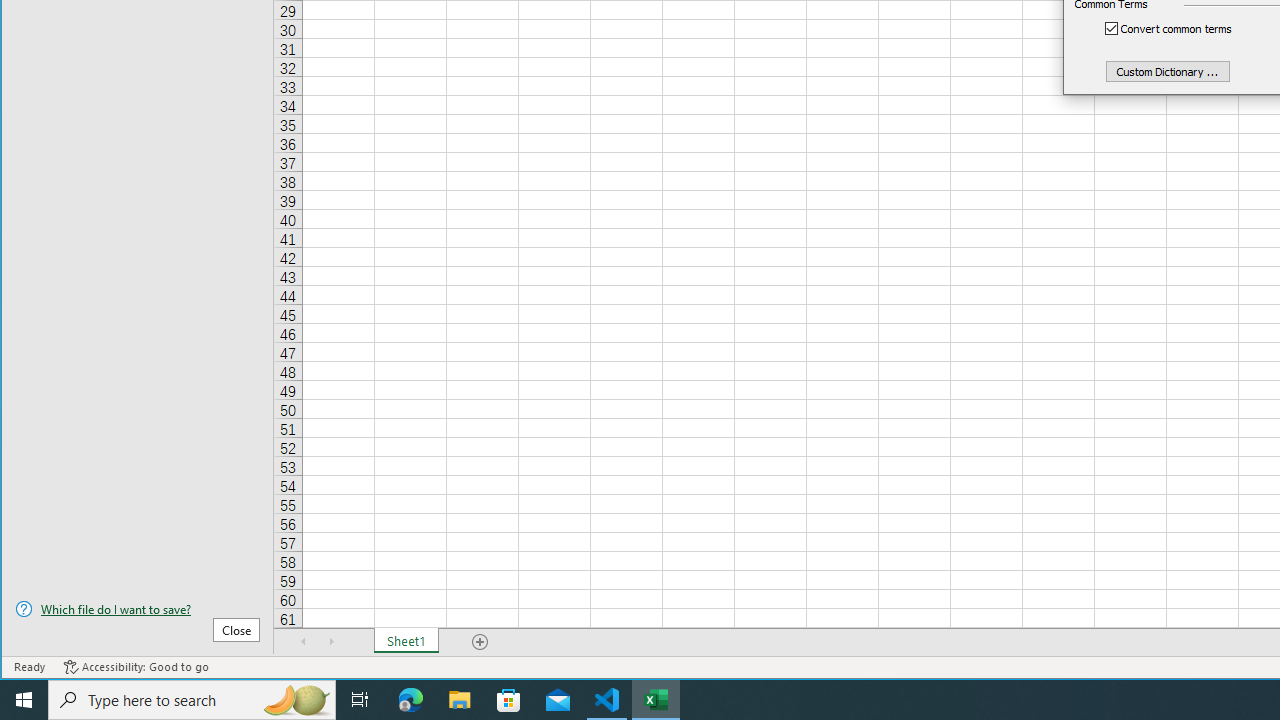  I want to click on 'Type here to search', so click(192, 698).